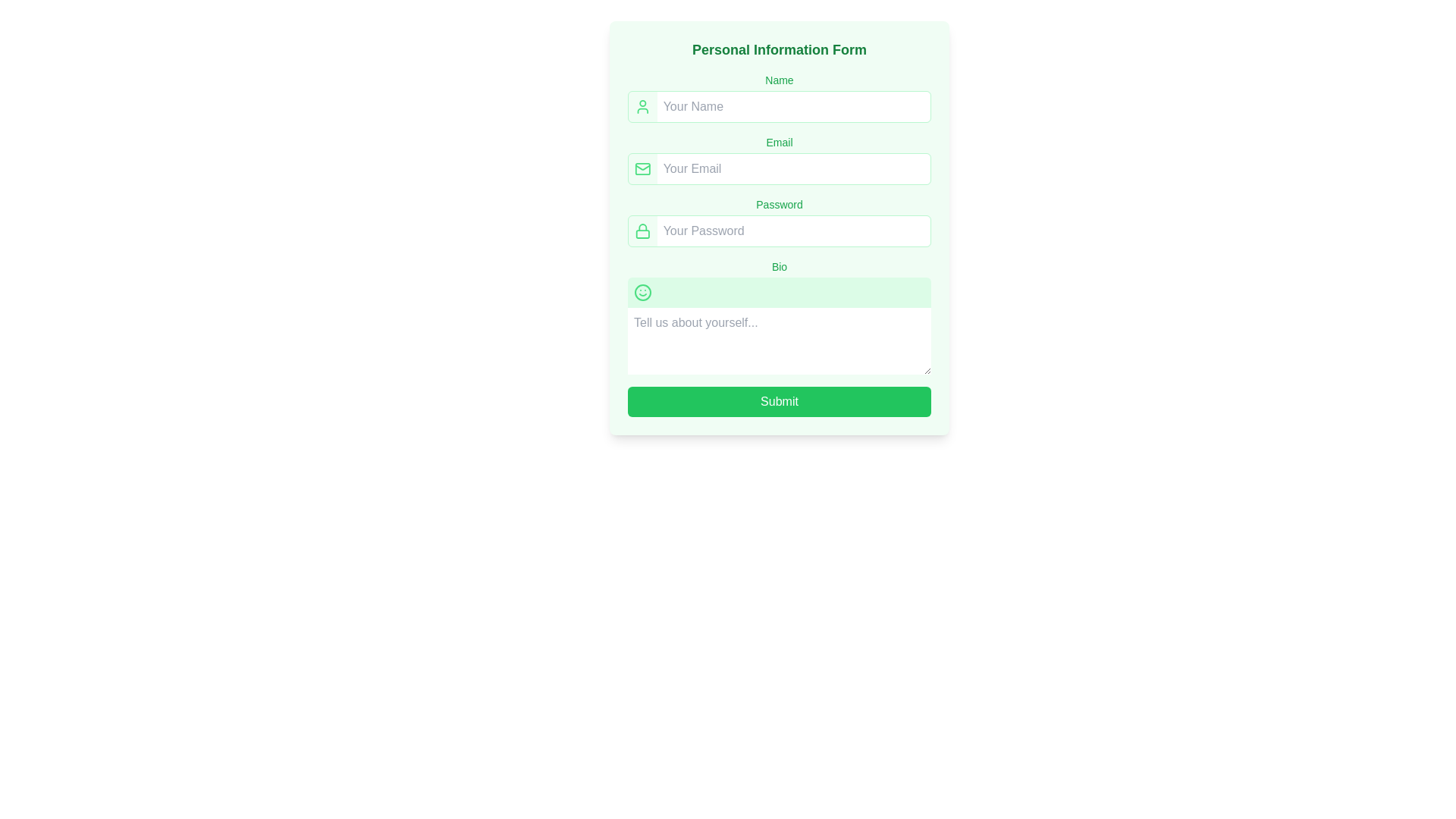 The image size is (1456, 819). What do you see at coordinates (792, 231) in the screenshot?
I see `the password input field, which is the fourth input field in the vertical form layout` at bounding box center [792, 231].